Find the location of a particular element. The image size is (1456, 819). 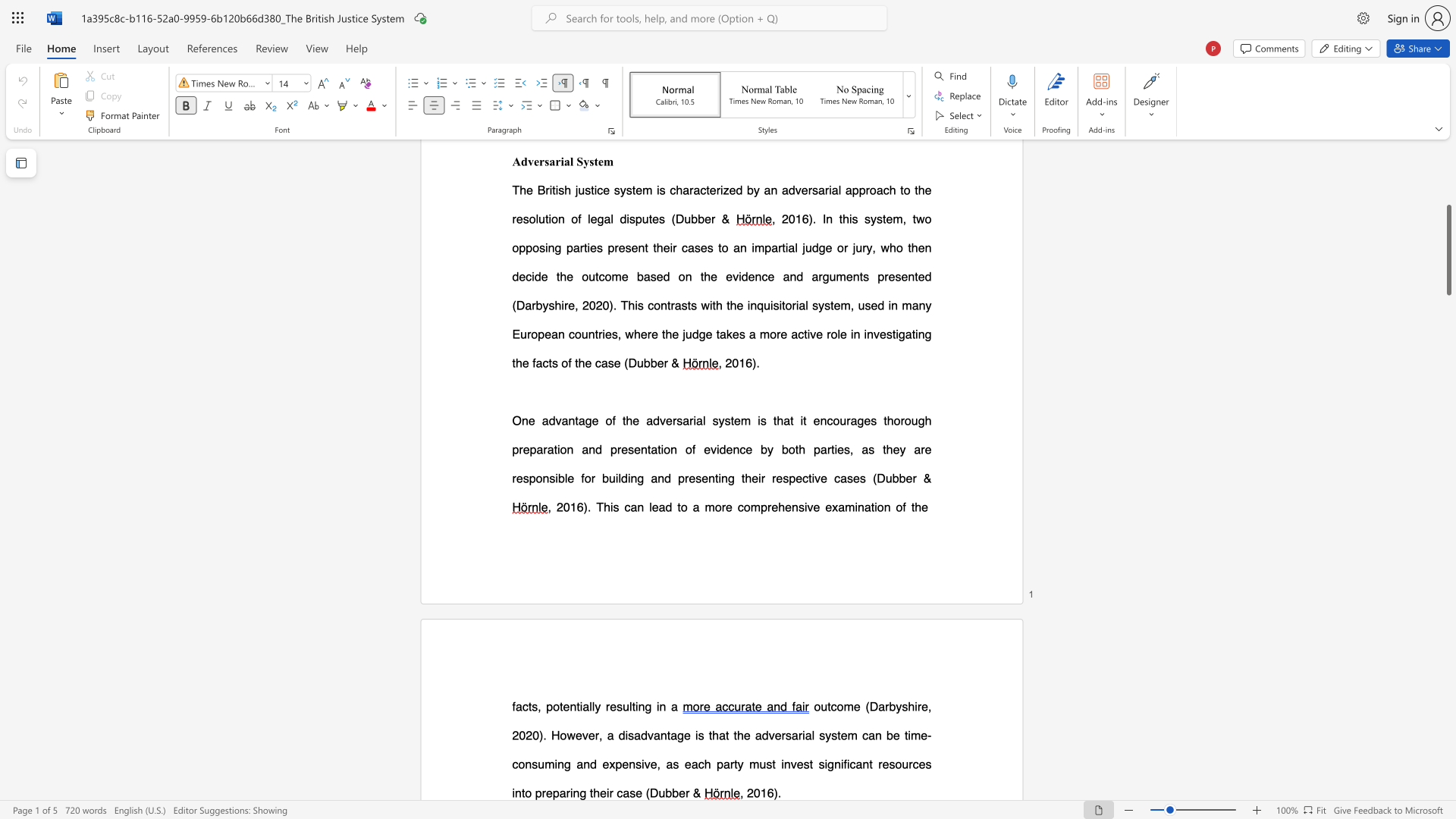

the subset text "cant resources into preparin" within the text "). However, a disadvantage is that the adversarial system can be time-consuming and expensive, as each party must invest significant resources into preparing their case" is located at coordinates (849, 764).